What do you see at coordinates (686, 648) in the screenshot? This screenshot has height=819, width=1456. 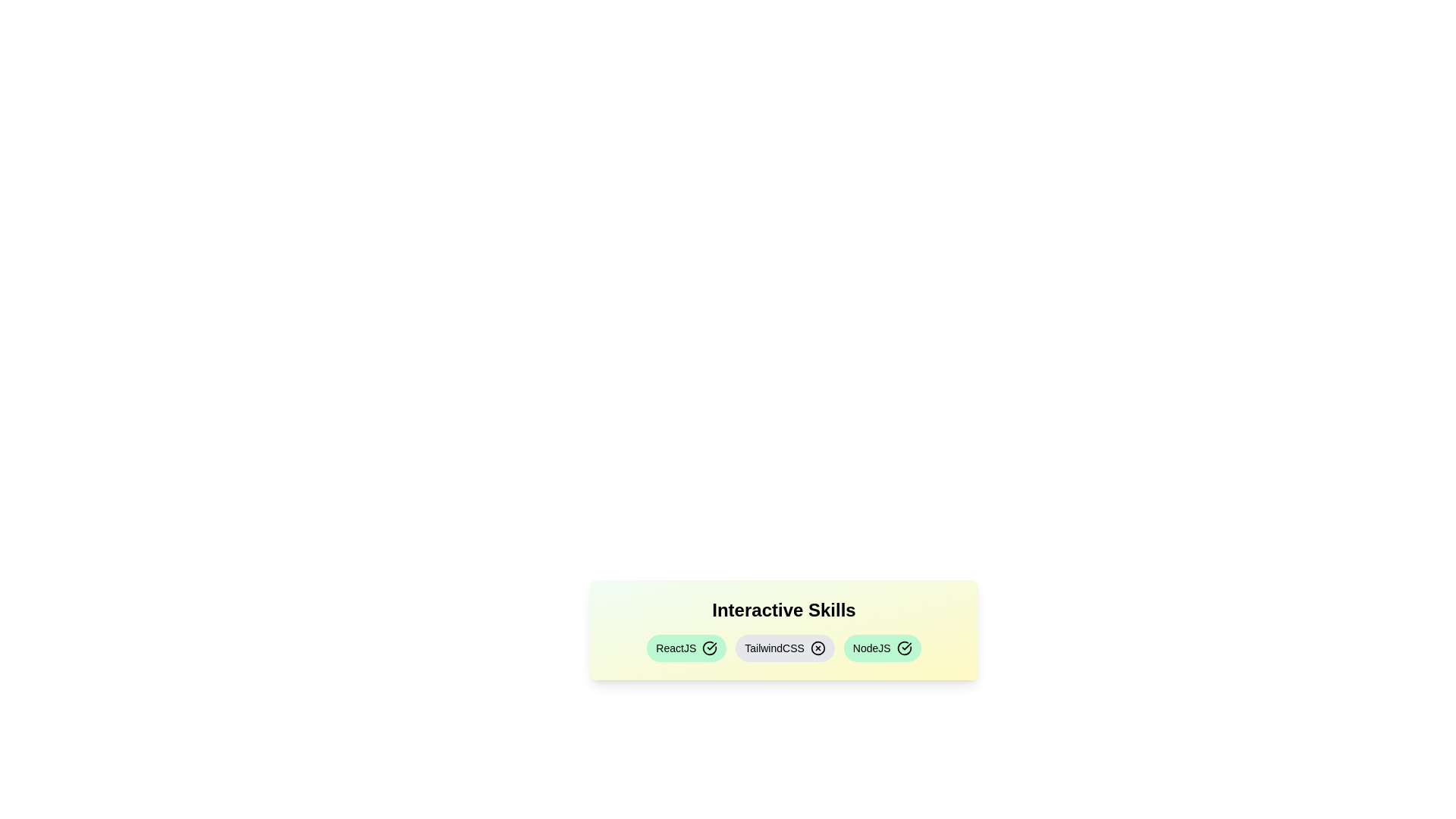 I see `the chip labeled ReactJS` at bounding box center [686, 648].